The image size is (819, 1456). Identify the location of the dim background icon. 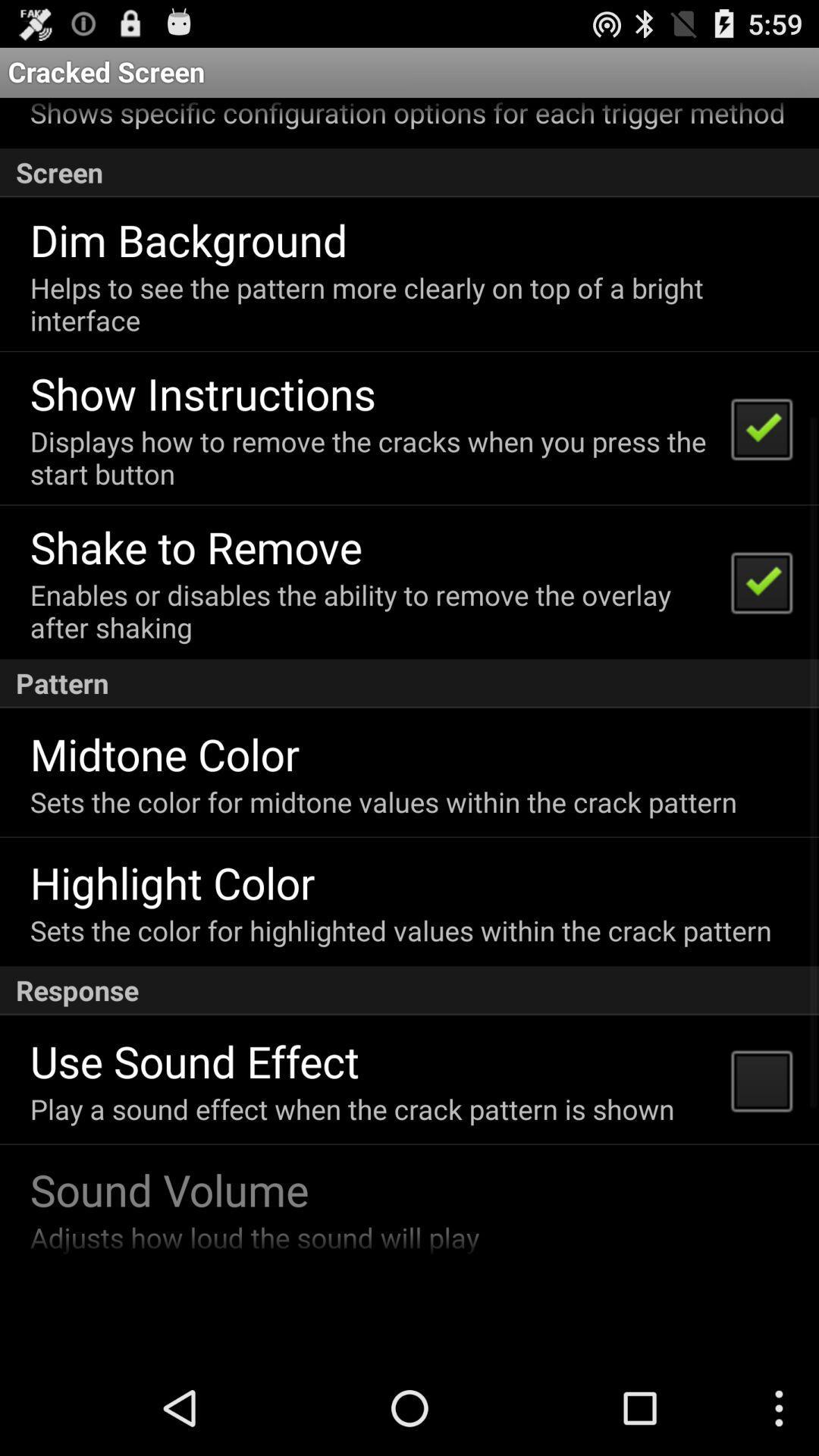
(188, 239).